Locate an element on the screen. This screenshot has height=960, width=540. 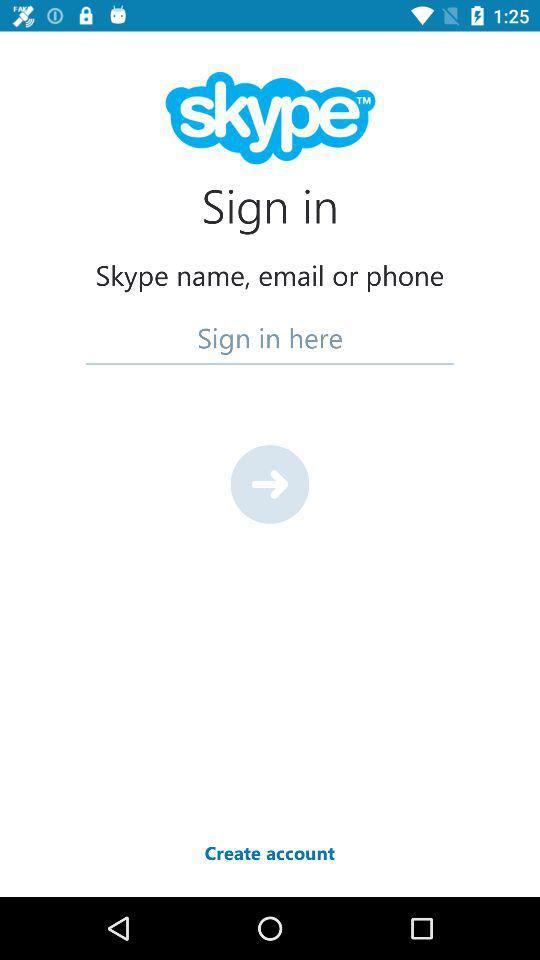
the item above create account icon is located at coordinates (270, 483).